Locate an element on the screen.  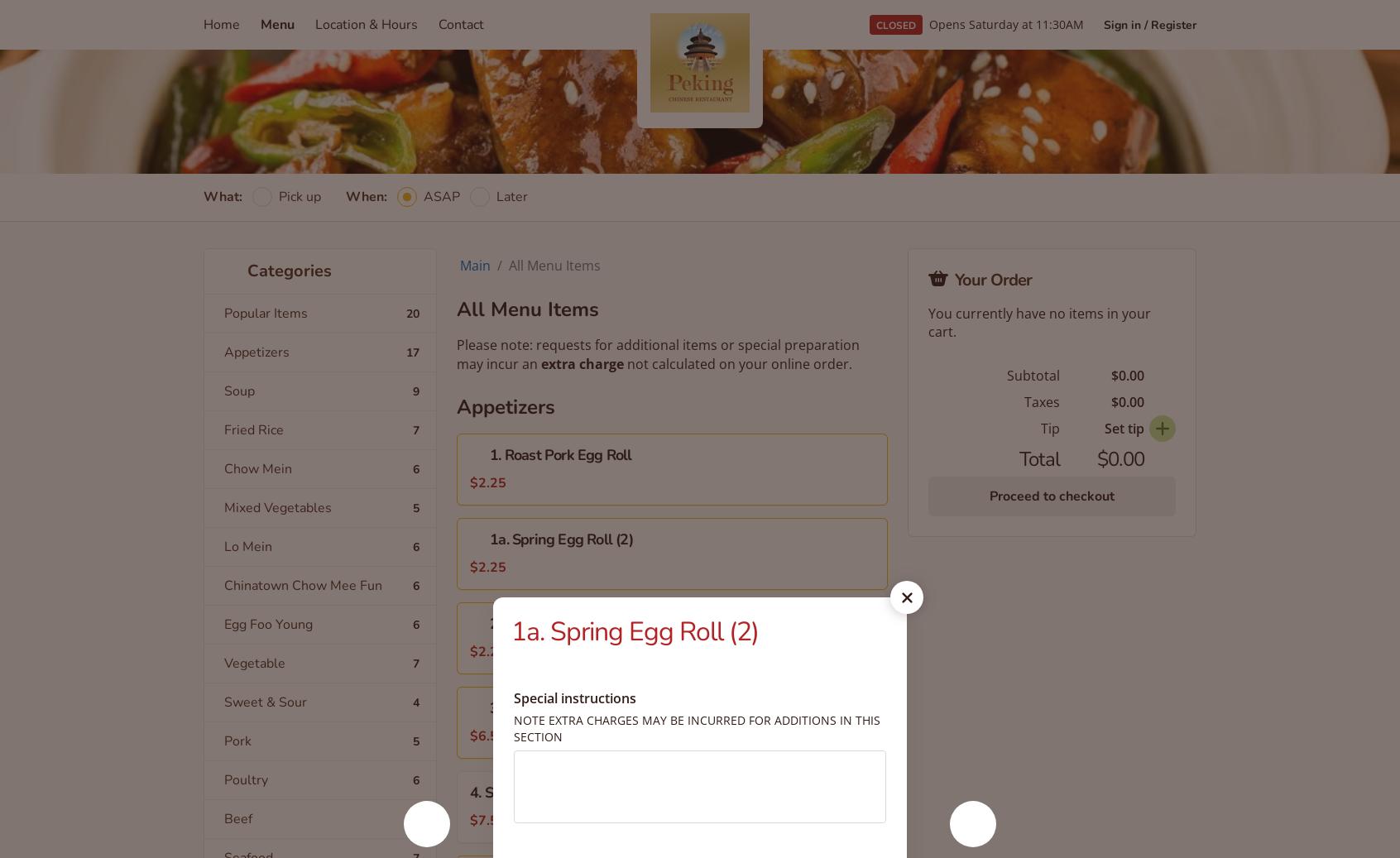
'$6.50' is located at coordinates (487, 736).